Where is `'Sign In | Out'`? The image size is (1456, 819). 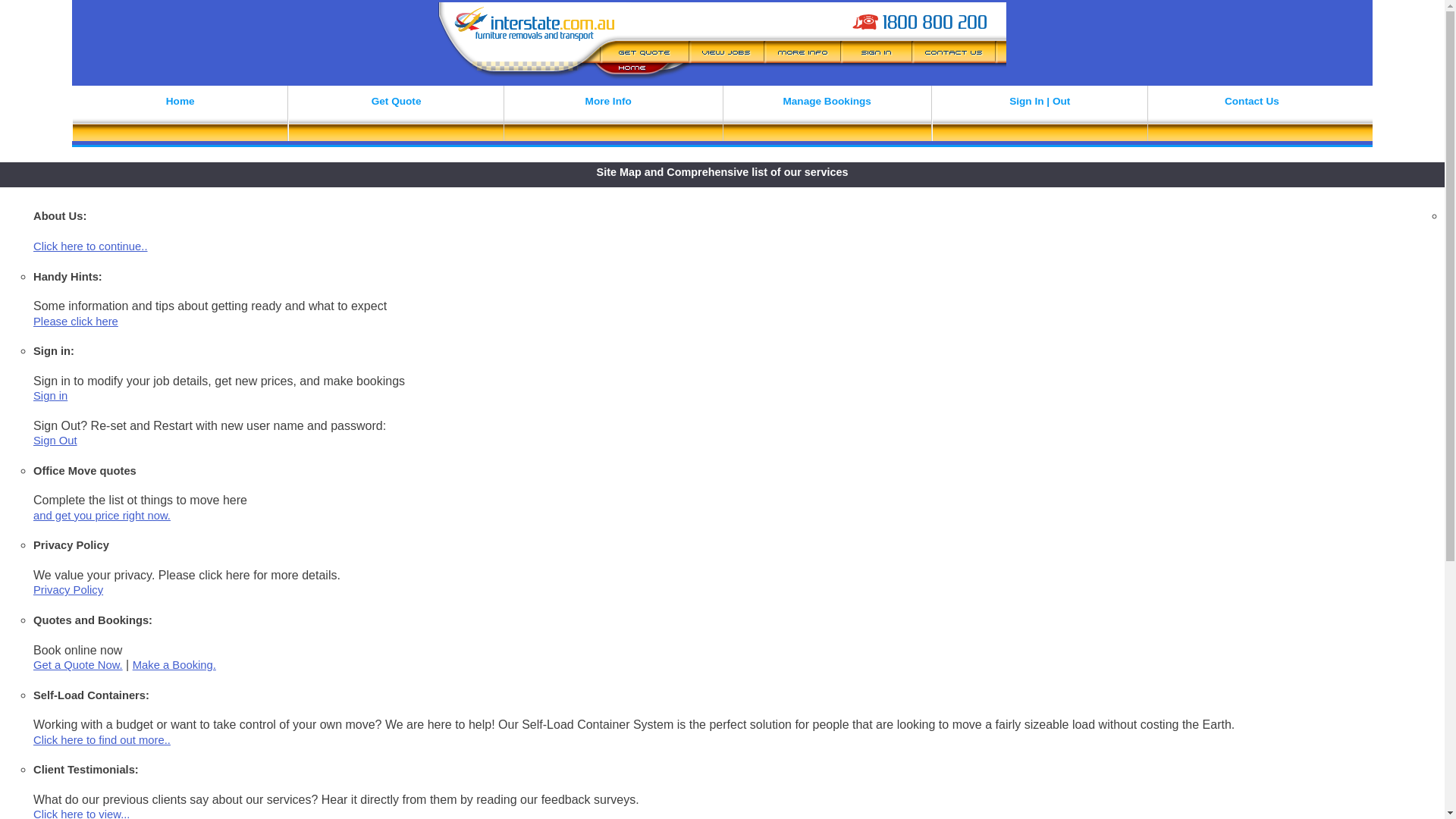
'Sign In | Out' is located at coordinates (1039, 115).